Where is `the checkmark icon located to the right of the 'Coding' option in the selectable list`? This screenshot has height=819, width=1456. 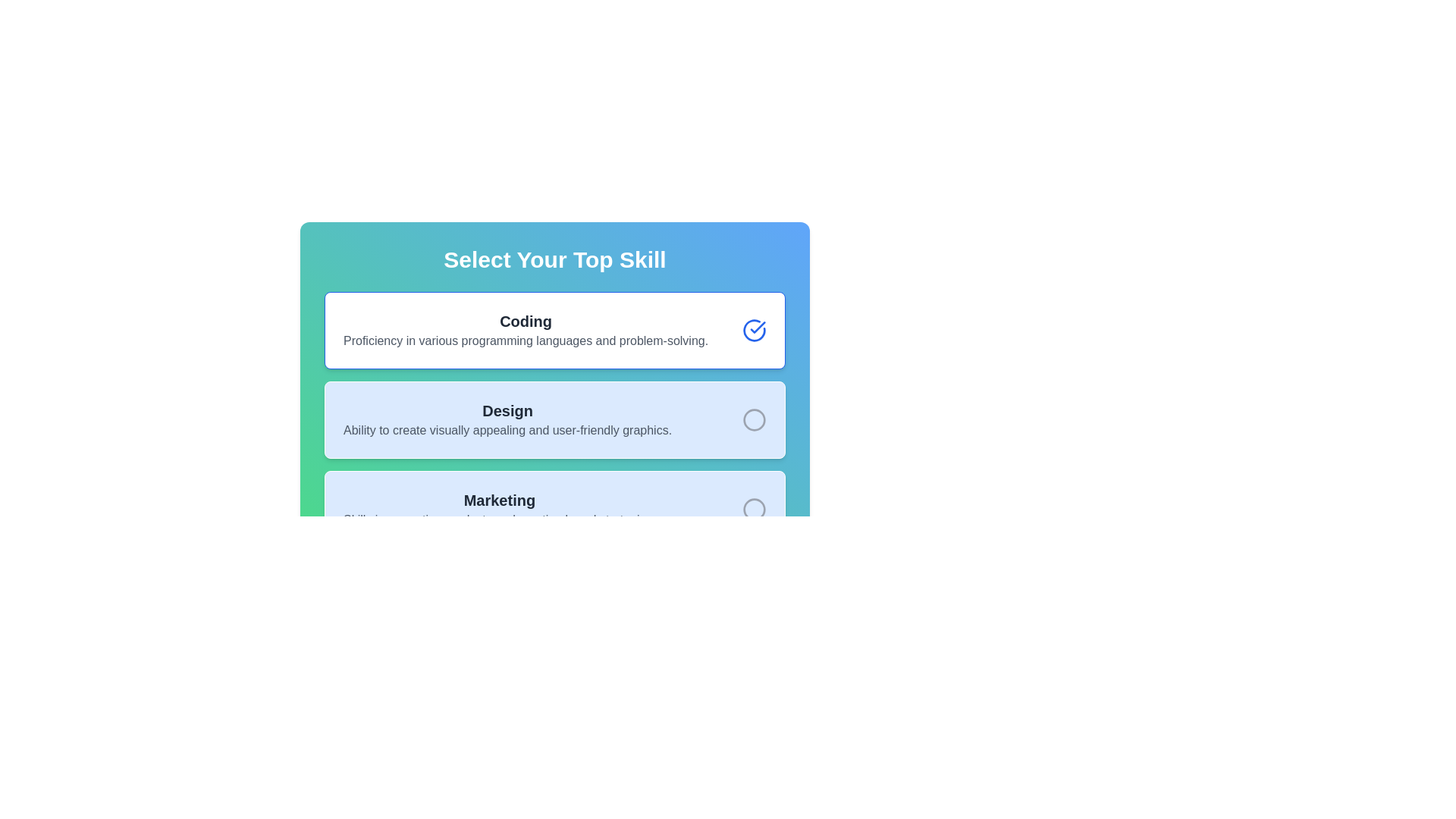 the checkmark icon located to the right of the 'Coding' option in the selectable list is located at coordinates (758, 327).